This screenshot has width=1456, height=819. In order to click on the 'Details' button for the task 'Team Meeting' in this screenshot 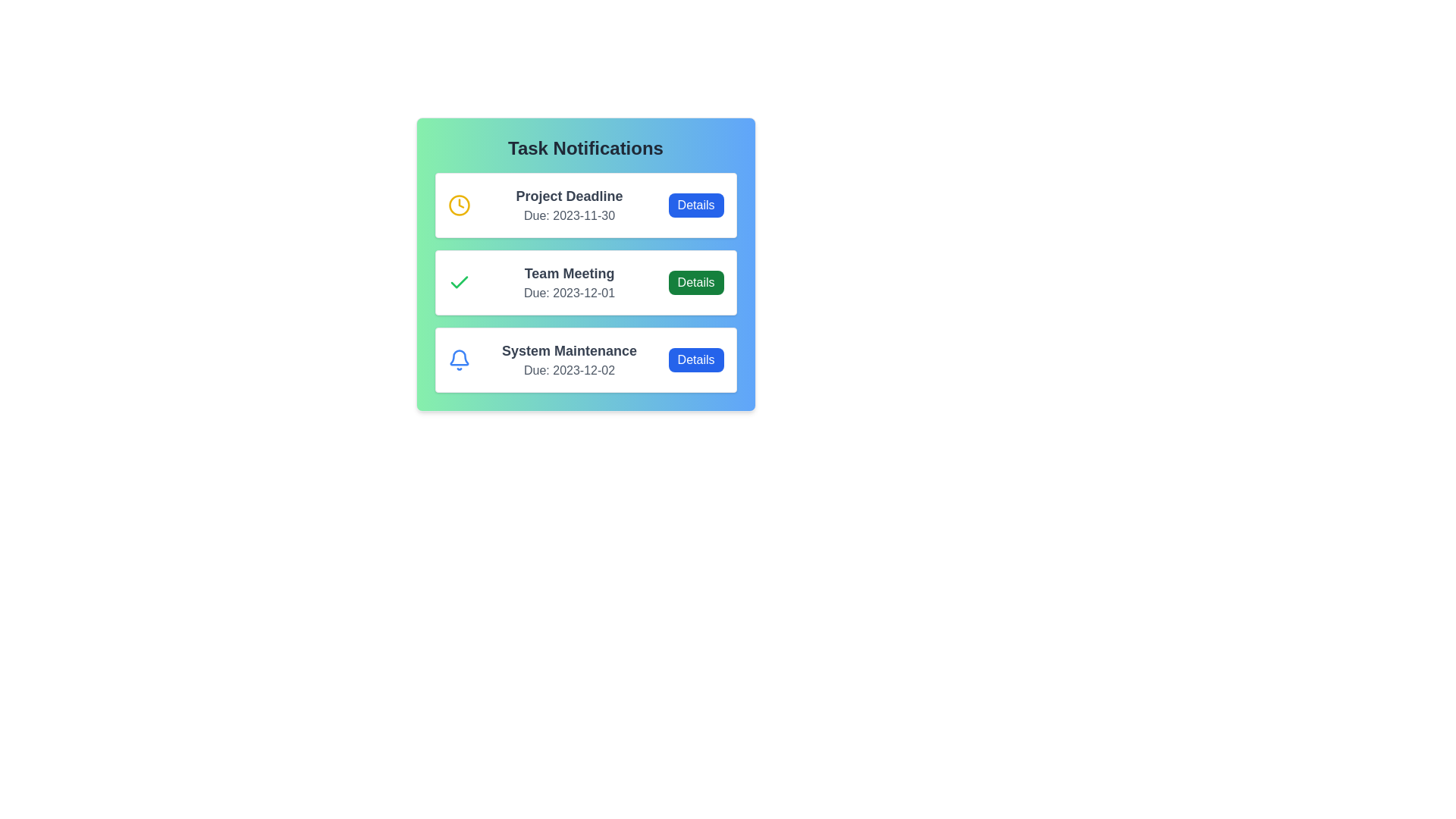, I will do `click(695, 283)`.